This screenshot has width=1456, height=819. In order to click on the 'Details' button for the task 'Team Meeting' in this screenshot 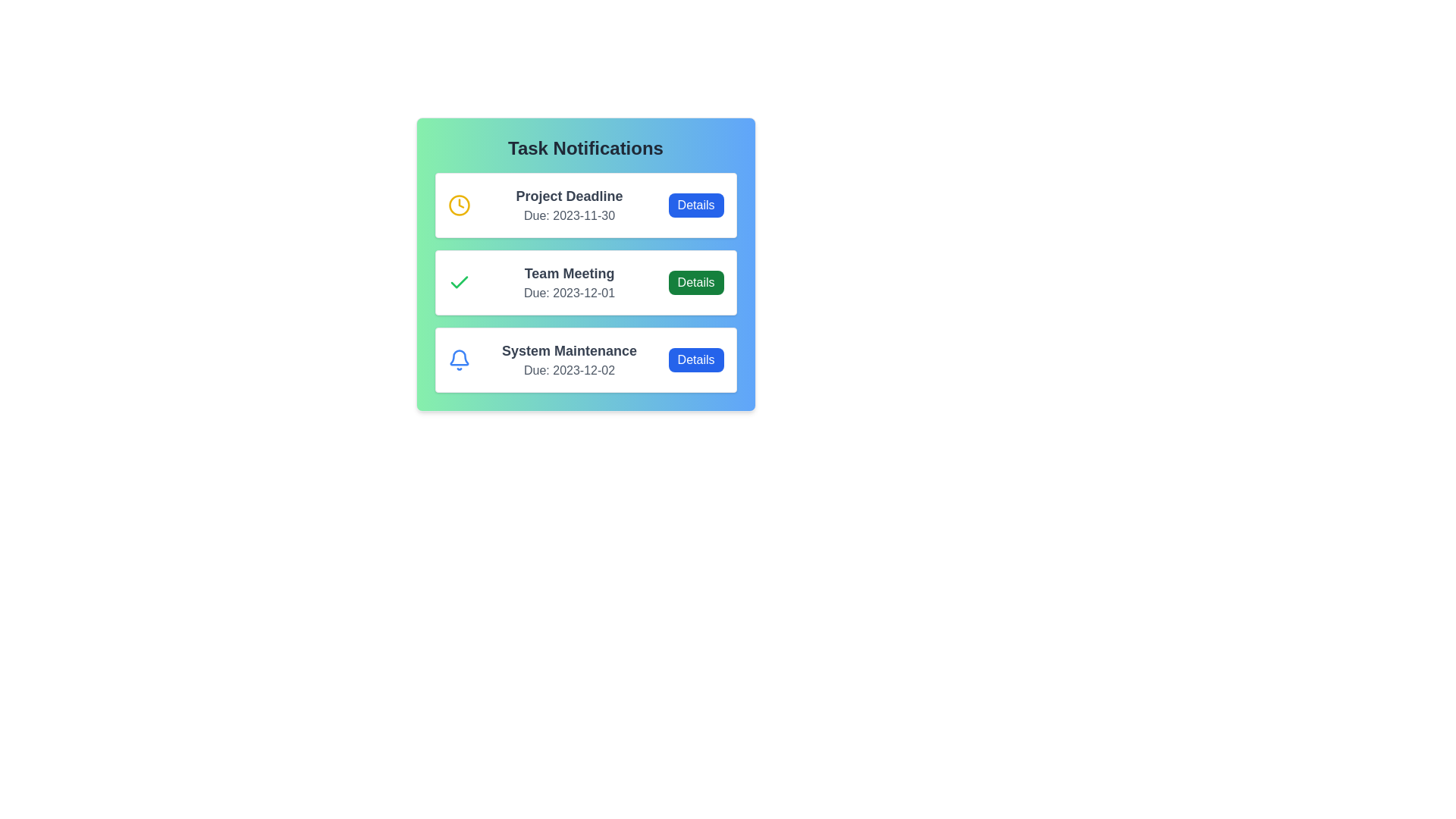, I will do `click(695, 283)`.